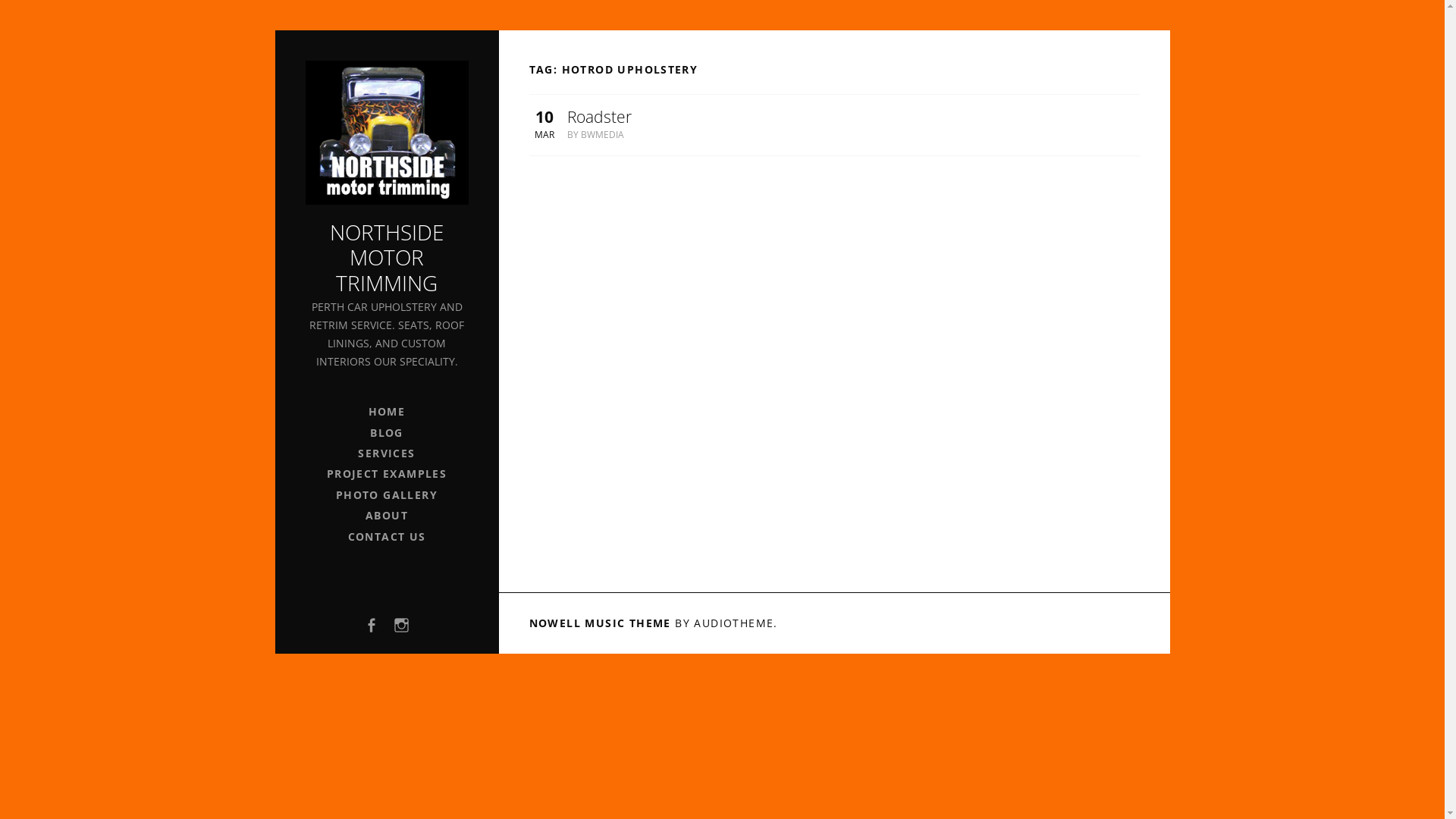 The width and height of the screenshot is (1456, 819). What do you see at coordinates (386, 411) in the screenshot?
I see `'HOME'` at bounding box center [386, 411].